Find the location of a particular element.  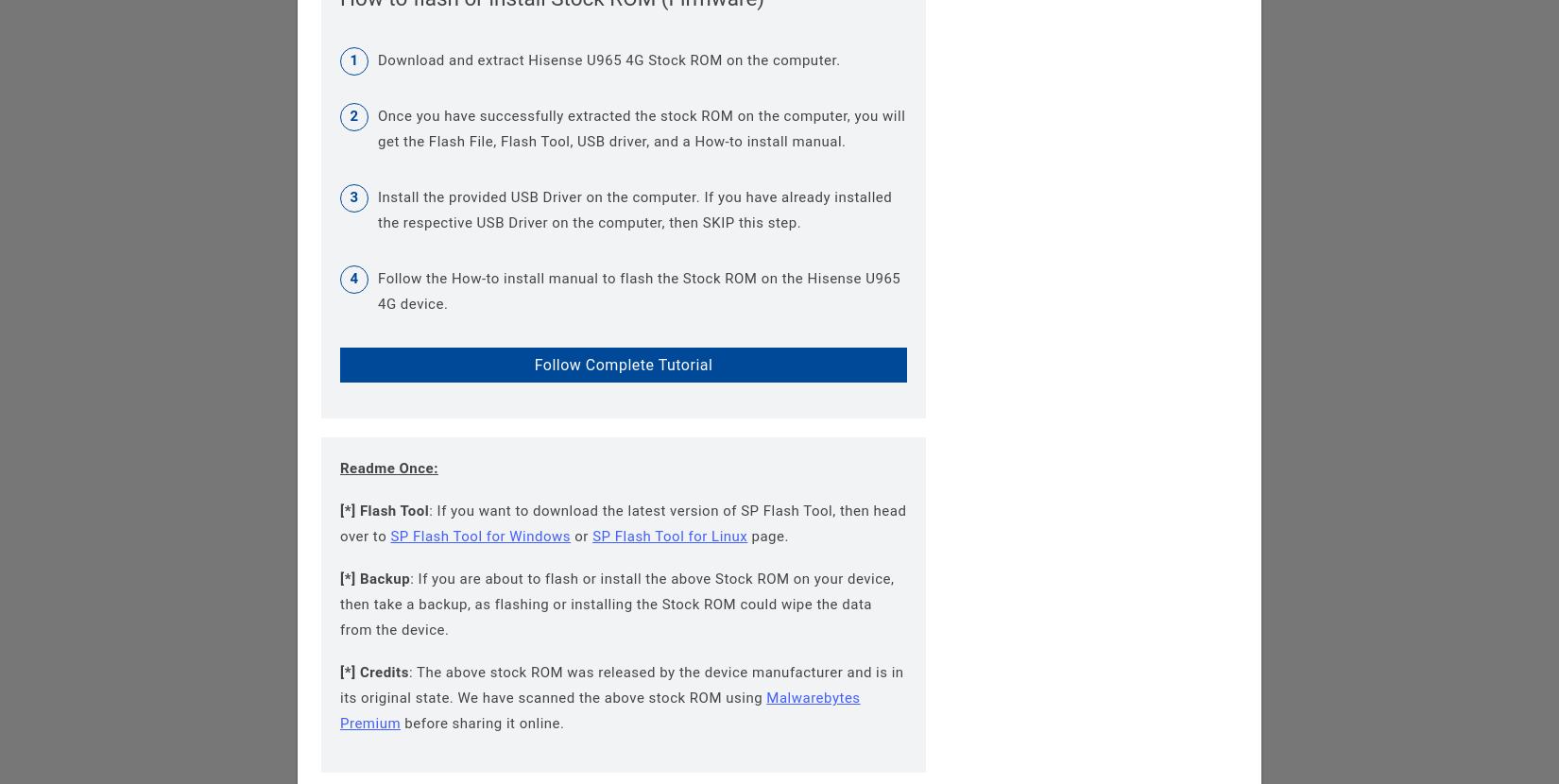

'Follow Complete Tutorial' is located at coordinates (622, 364).